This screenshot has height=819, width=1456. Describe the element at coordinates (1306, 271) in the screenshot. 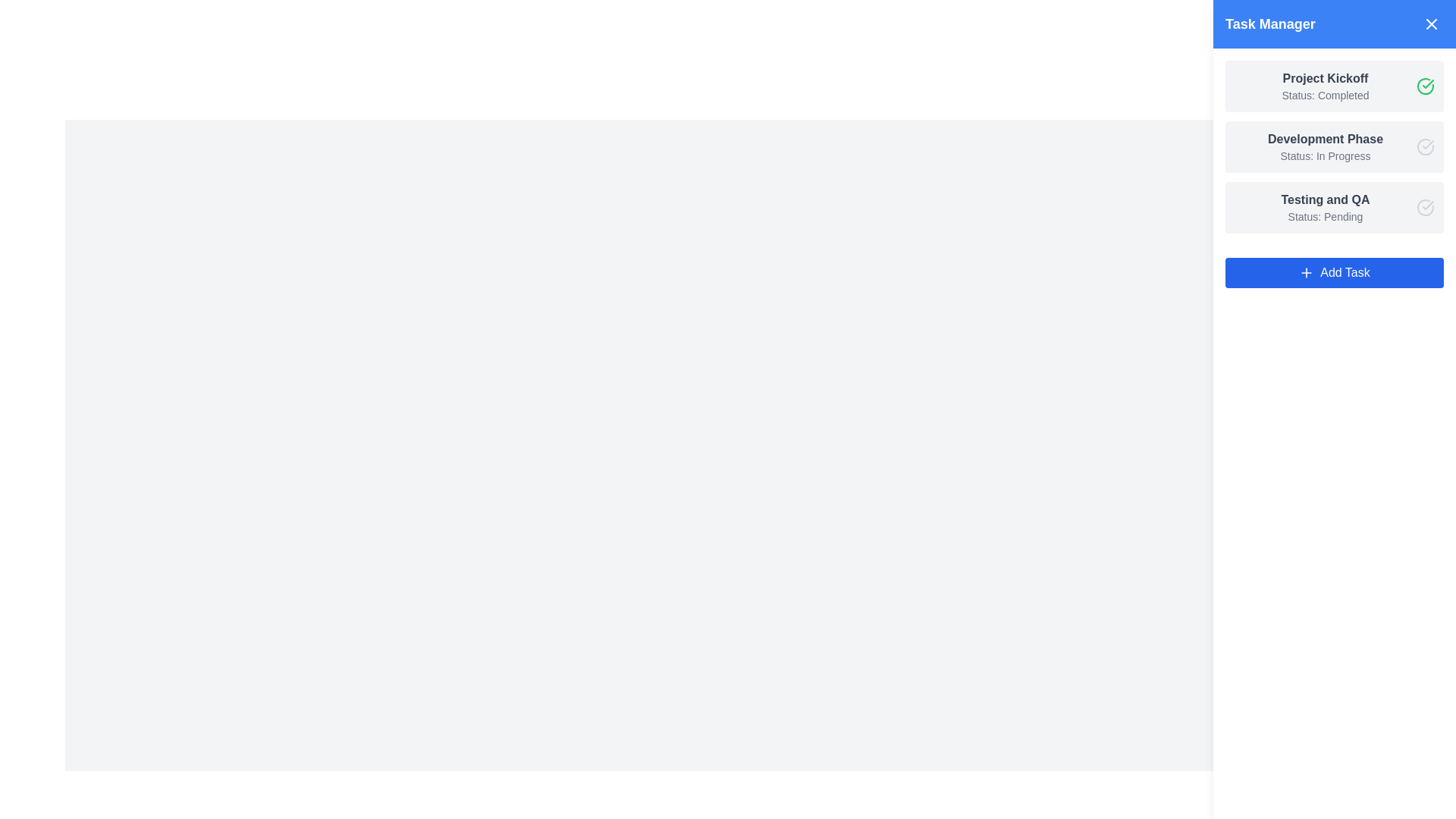

I see `the '+' SVG graphic icon located within the 'Add Task' button` at that location.